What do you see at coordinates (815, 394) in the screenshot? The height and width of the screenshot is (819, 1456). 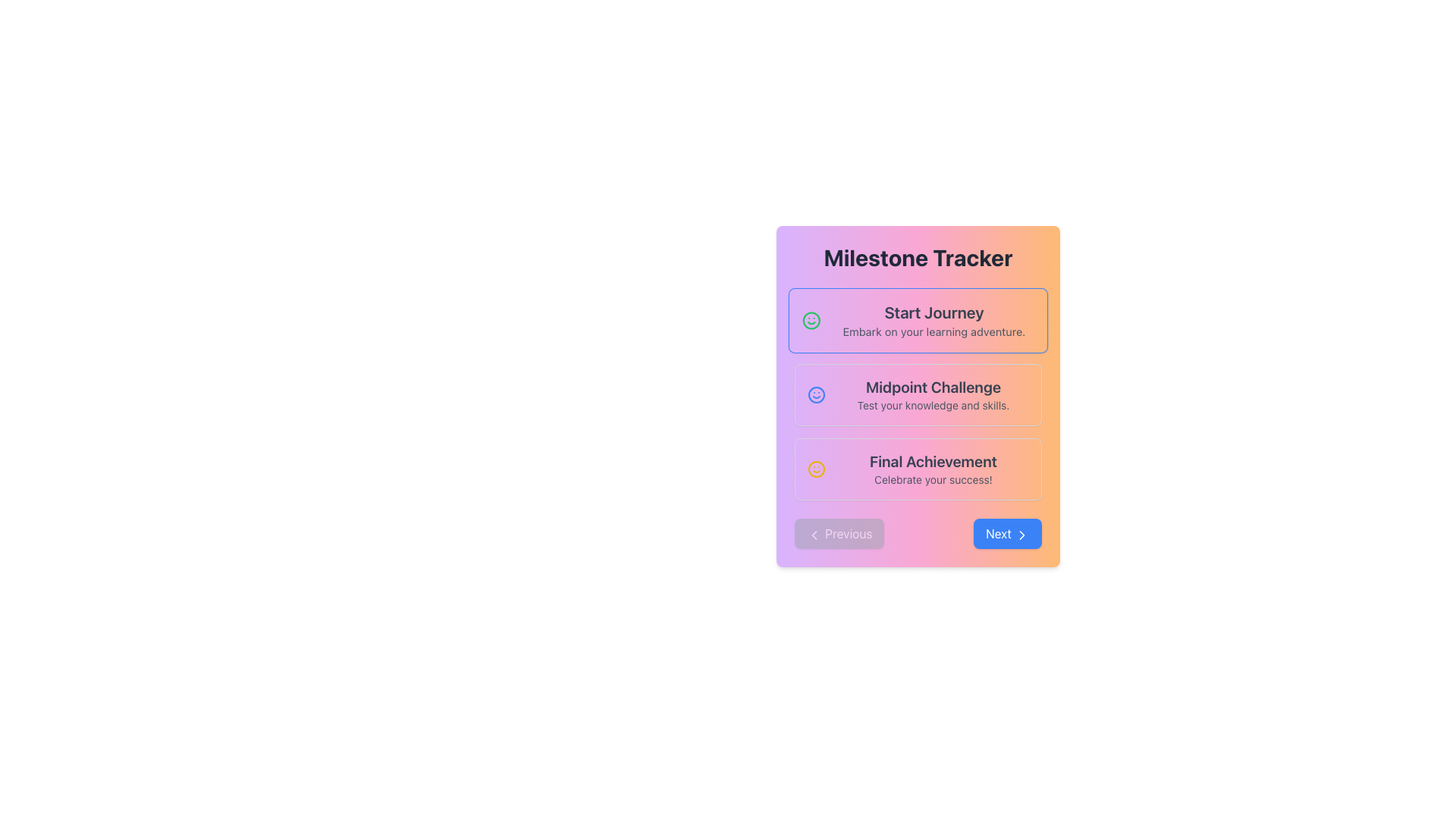 I see `the circular icon with a blue border and a face design inside` at bounding box center [815, 394].